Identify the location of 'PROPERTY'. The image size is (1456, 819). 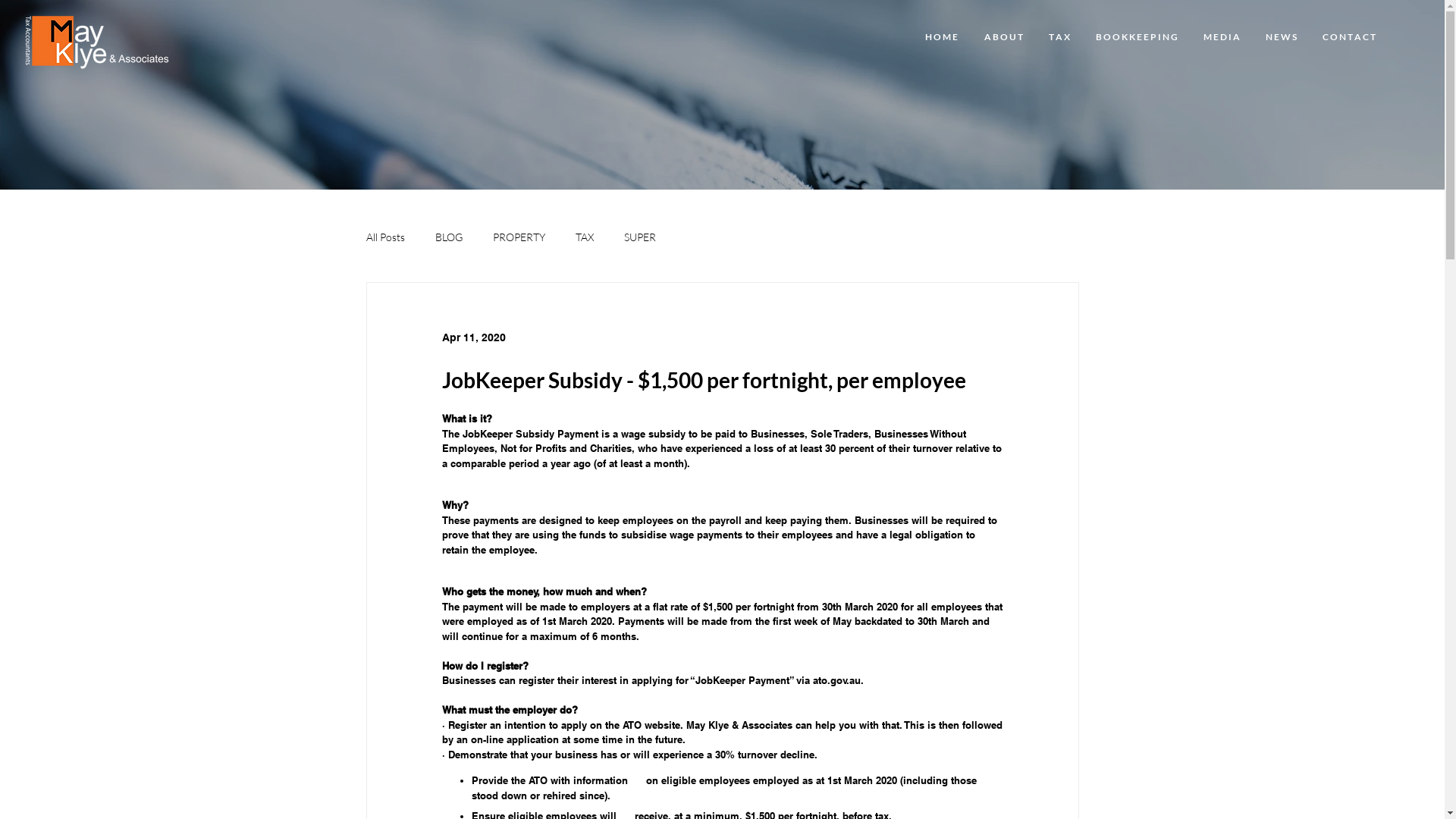
(519, 237).